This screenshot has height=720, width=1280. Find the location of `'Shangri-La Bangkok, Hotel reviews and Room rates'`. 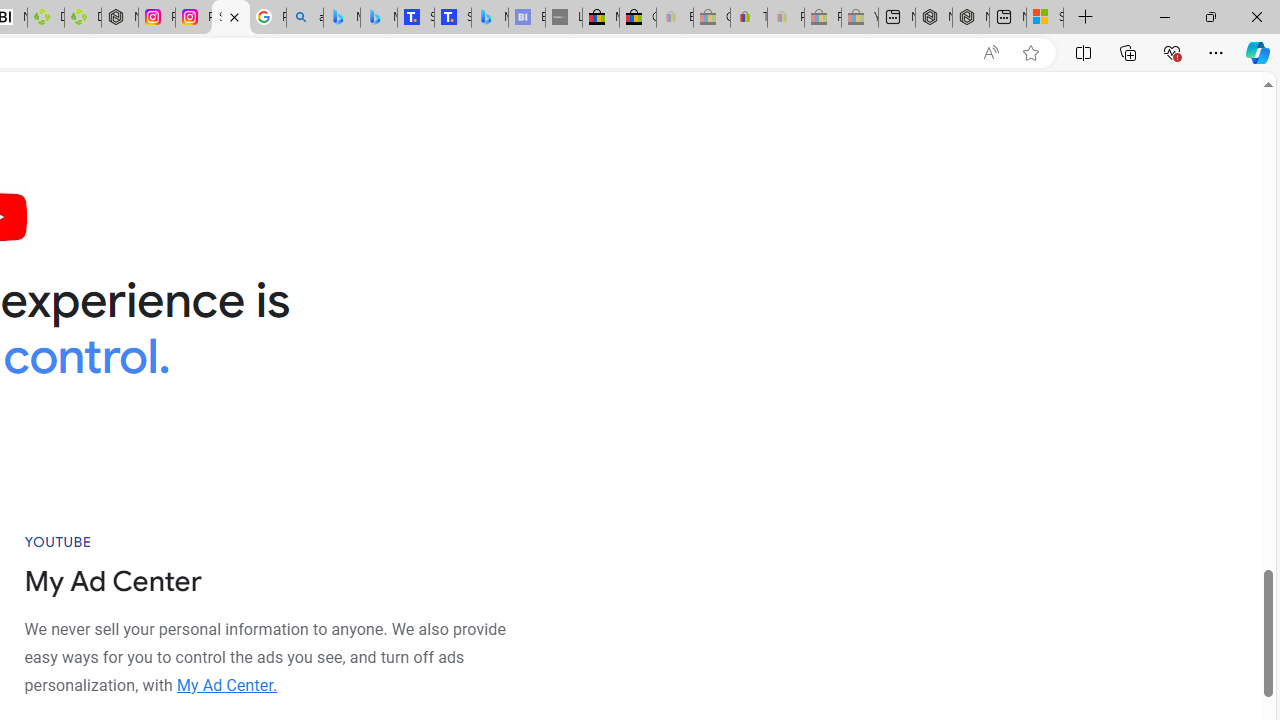

'Shangri-La Bangkok, Hotel reviews and Room rates' is located at coordinates (452, 17).